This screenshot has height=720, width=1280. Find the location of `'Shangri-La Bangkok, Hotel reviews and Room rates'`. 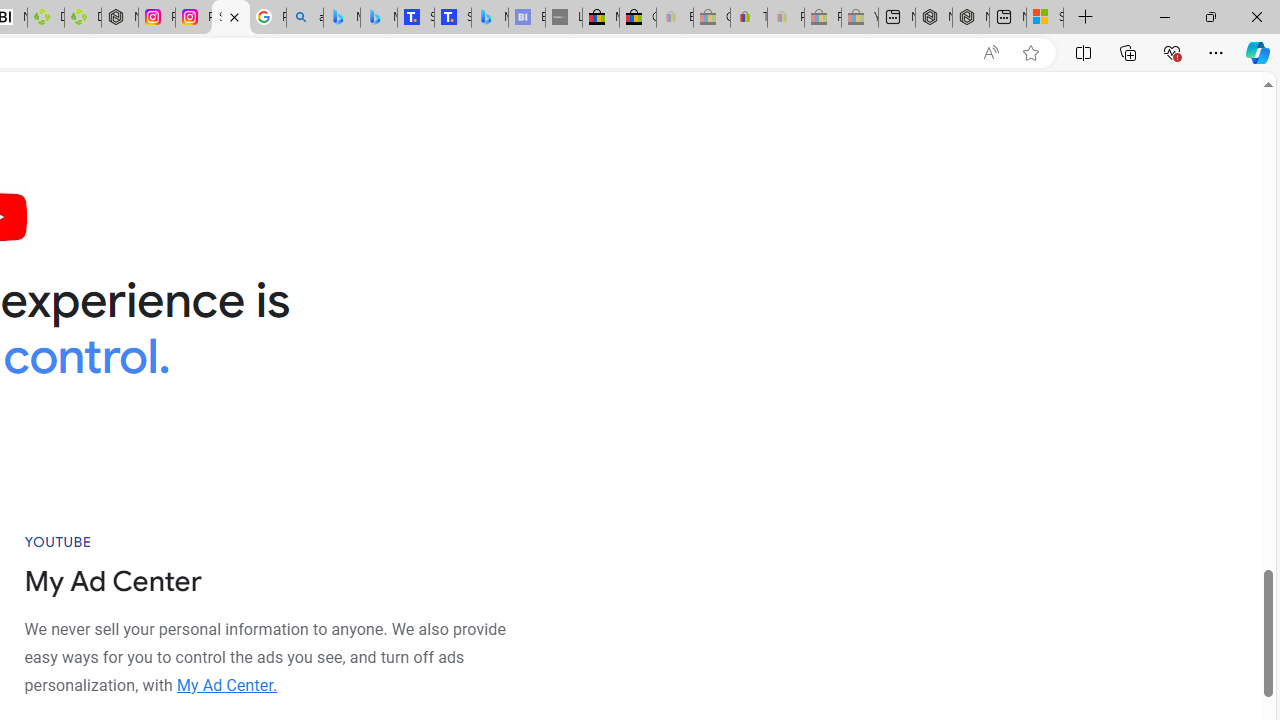

'Shangri-La Bangkok, Hotel reviews and Room rates' is located at coordinates (452, 17).